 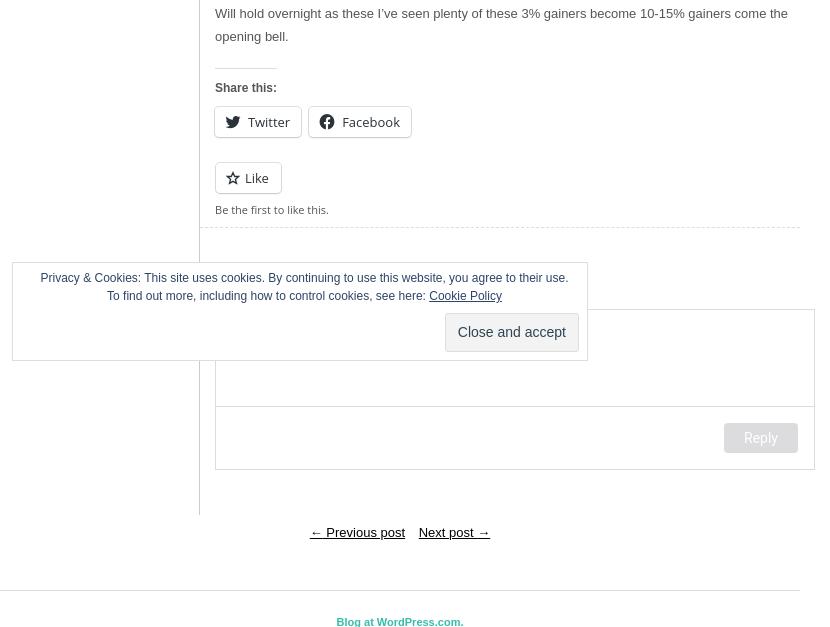 What do you see at coordinates (213, 291) in the screenshot?
I see `'Leave a Reply'` at bounding box center [213, 291].